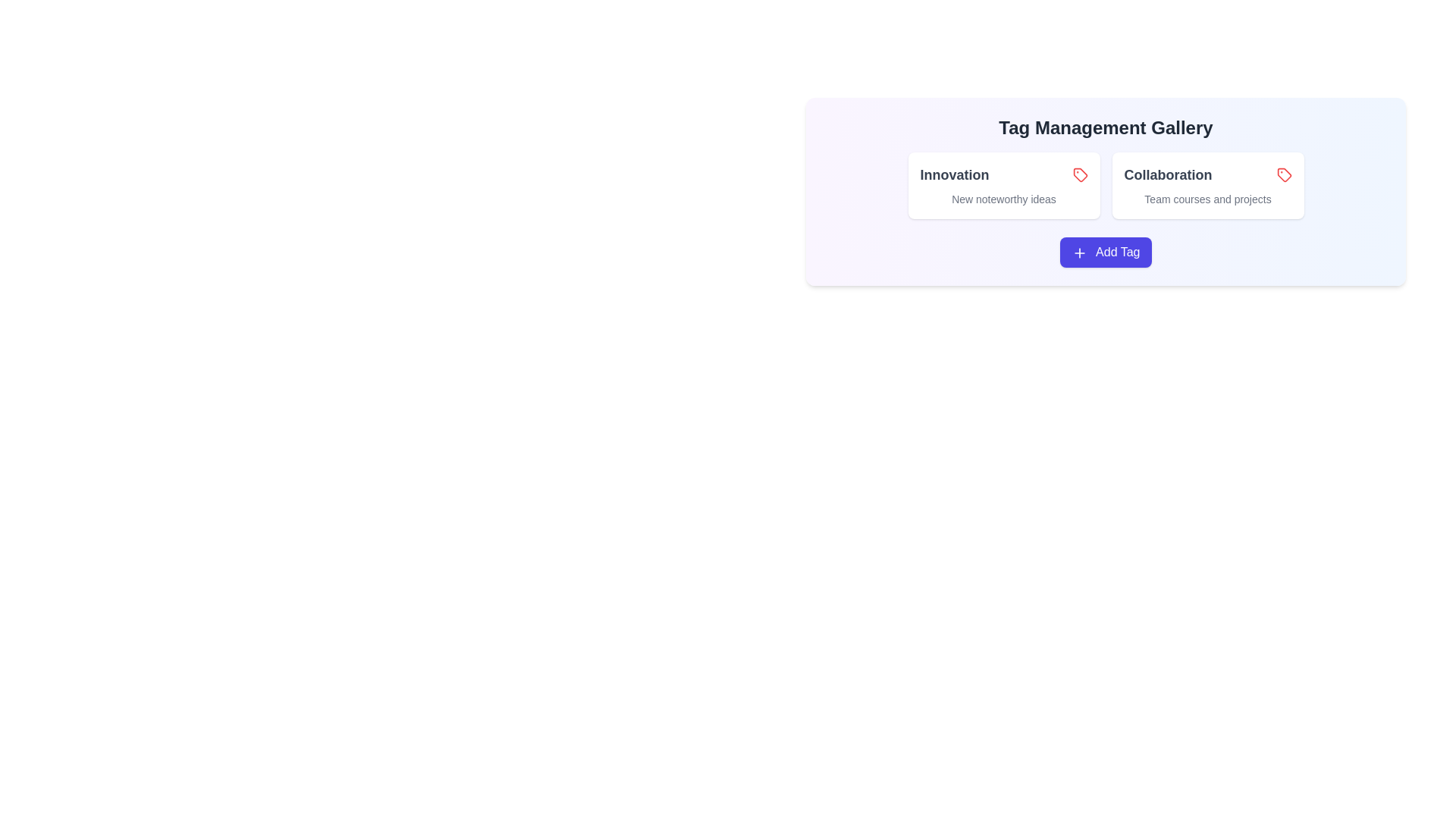  Describe the element at coordinates (1283, 174) in the screenshot. I see `the red tag-like icon button located on the right side of the 'Collaboration' section` at that location.